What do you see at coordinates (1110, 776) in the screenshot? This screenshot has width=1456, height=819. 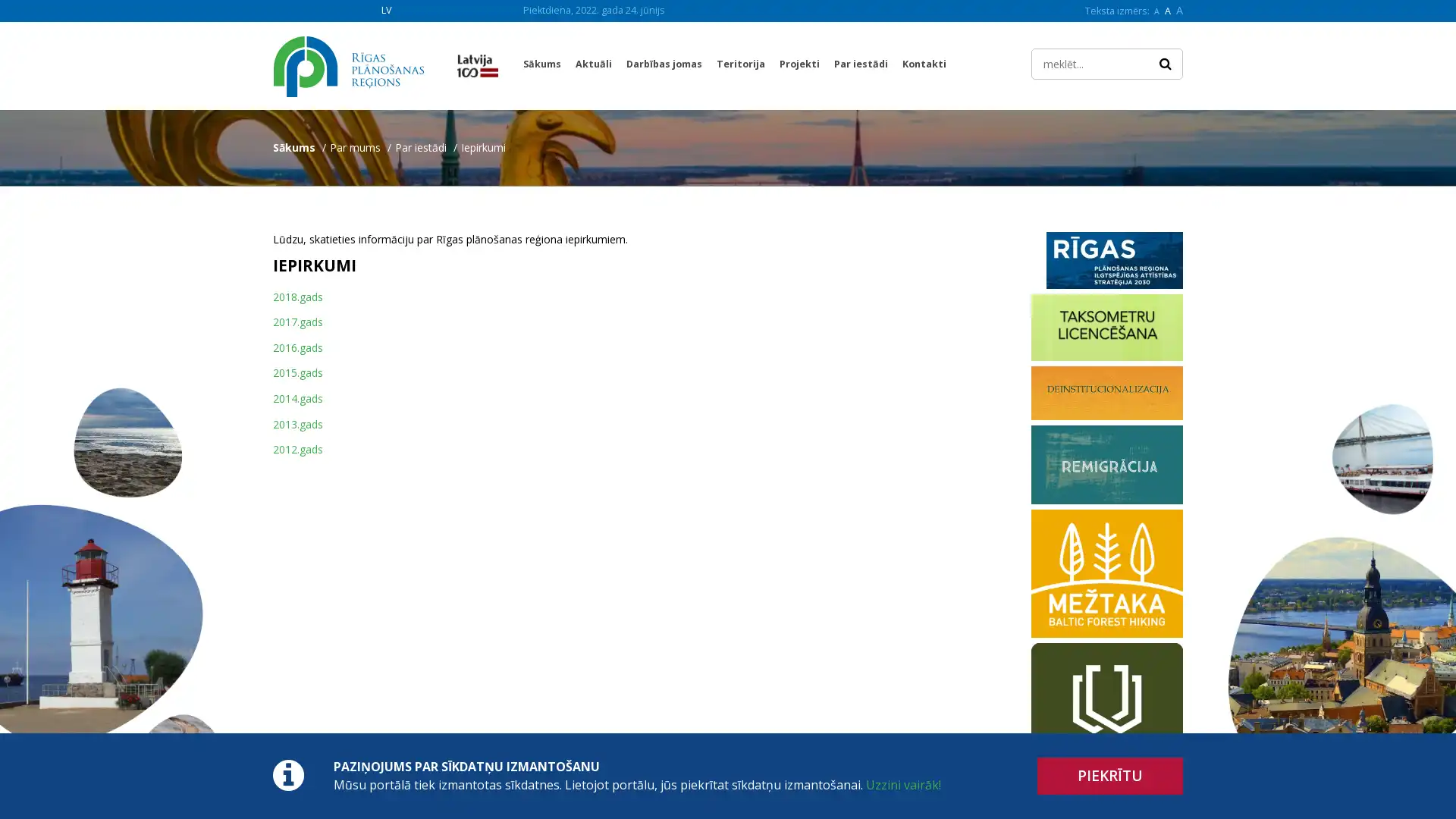 I see `PIEKRITU` at bounding box center [1110, 776].